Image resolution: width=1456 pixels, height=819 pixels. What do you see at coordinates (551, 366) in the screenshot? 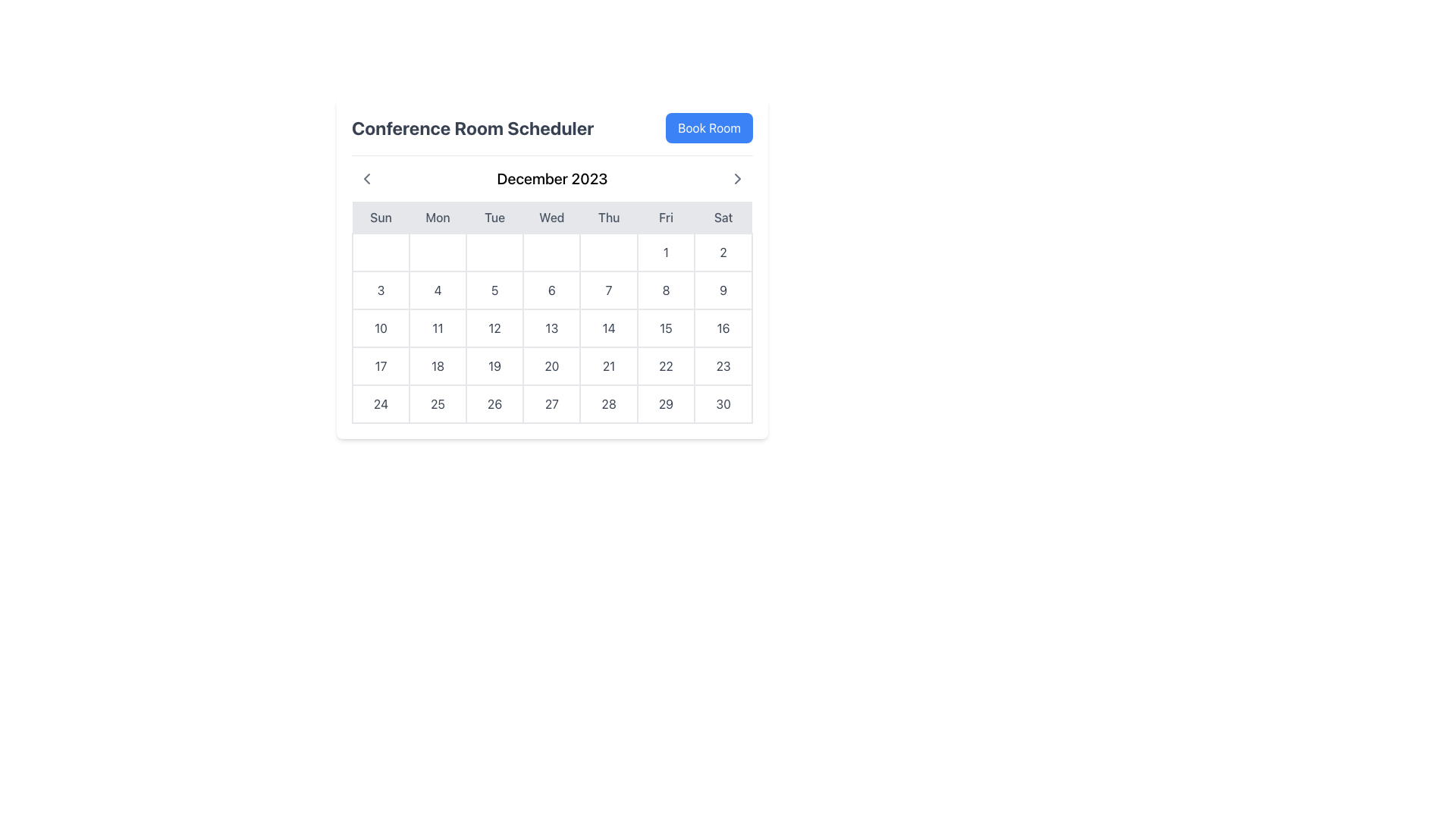
I see `the calendar cell styled as a rounded rectangle containing the text '20'` at bounding box center [551, 366].